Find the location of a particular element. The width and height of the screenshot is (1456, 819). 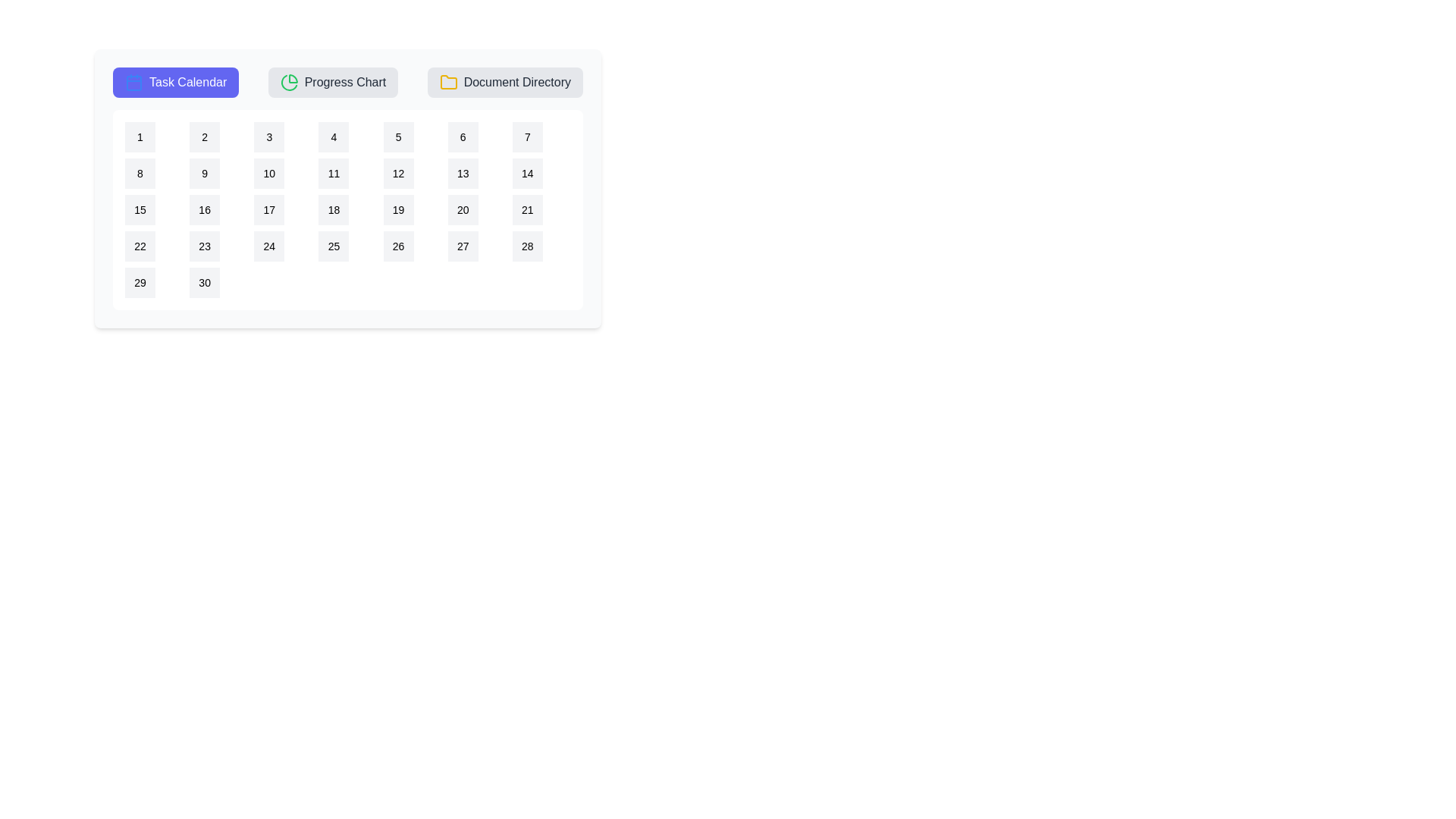

the calendar date 23 is located at coordinates (203, 245).